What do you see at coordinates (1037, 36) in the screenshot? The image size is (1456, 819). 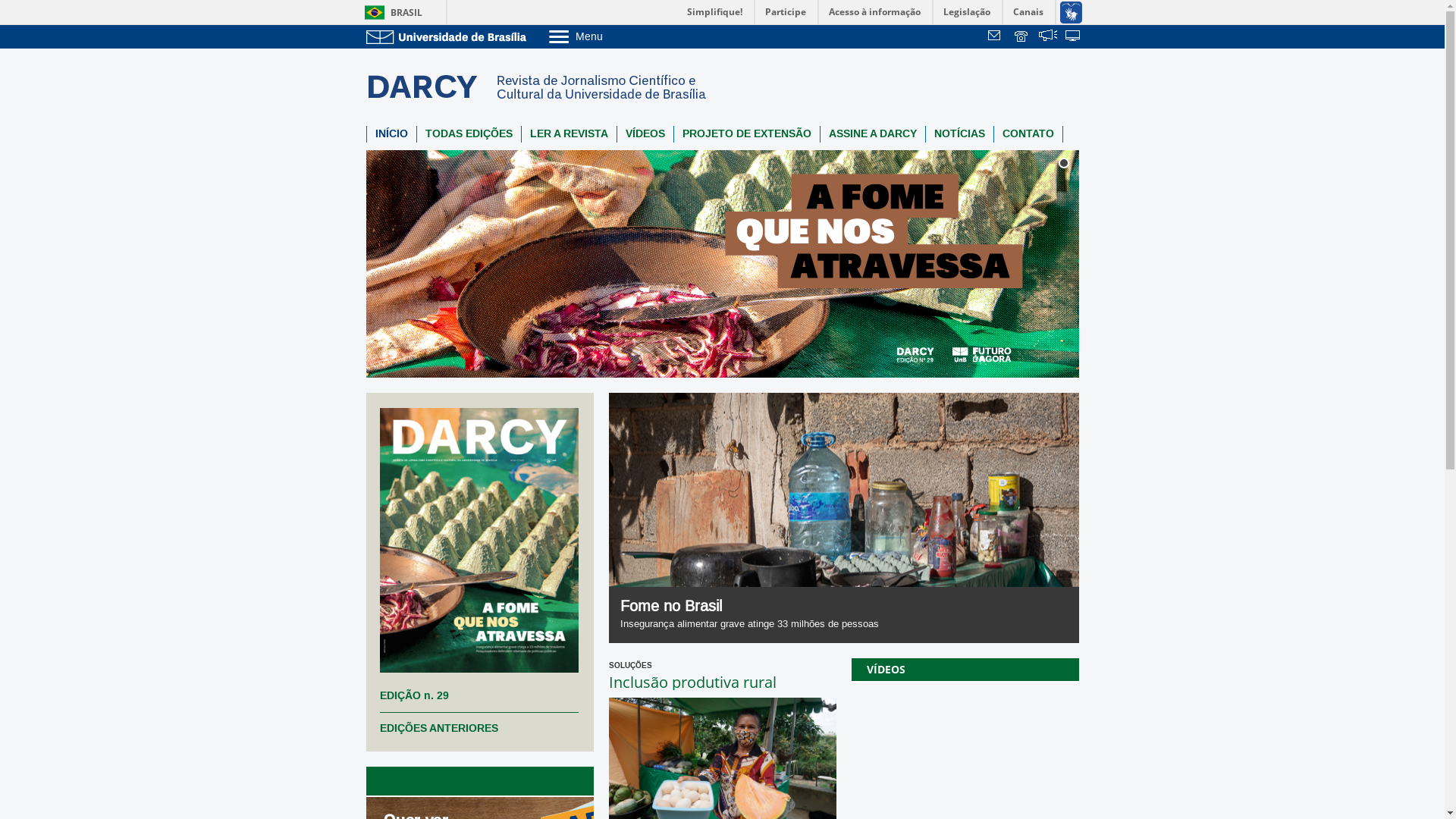 I see `'Fala.BR'` at bounding box center [1037, 36].